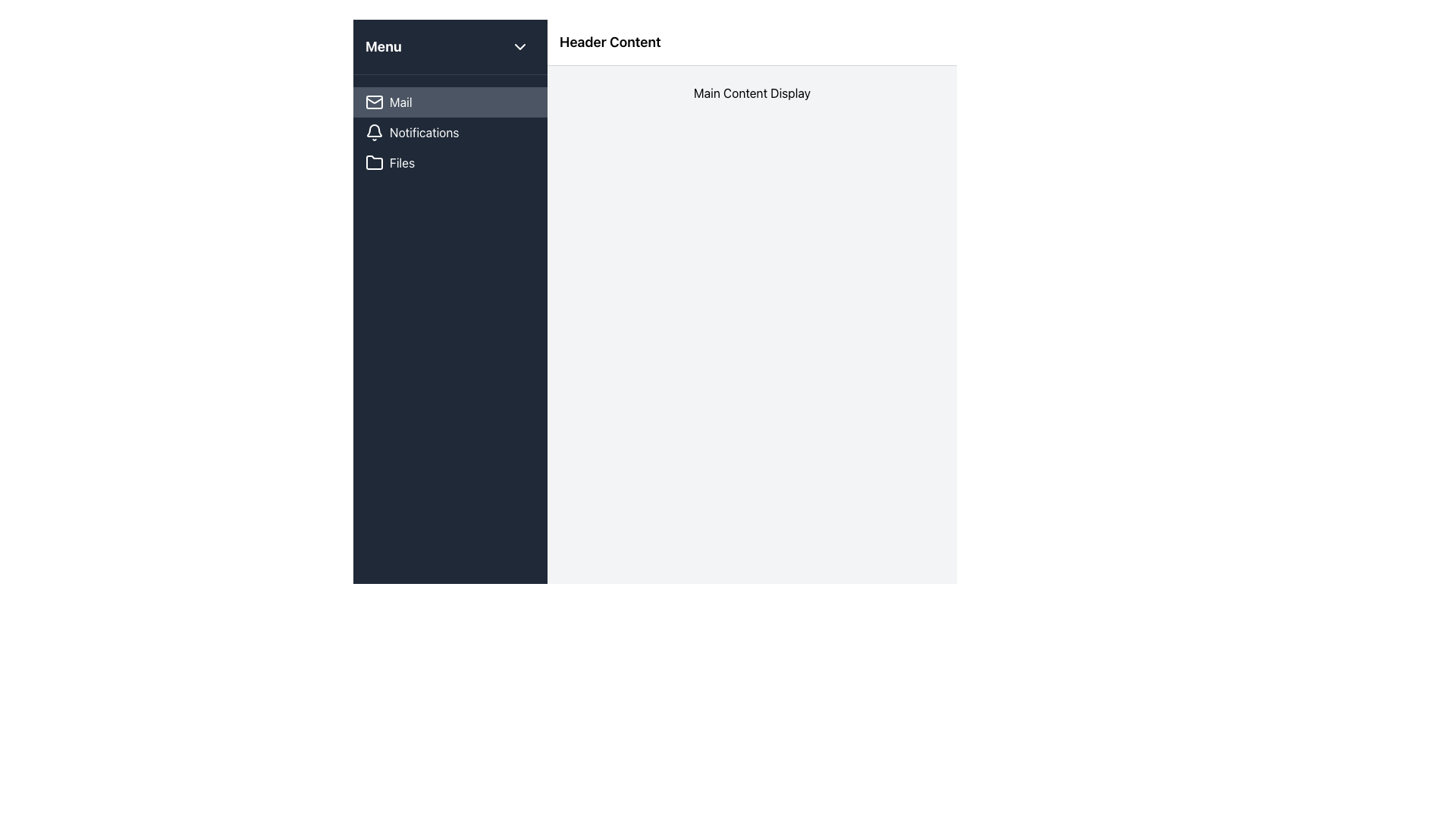  I want to click on the second item in the sidebar menu, which functions as a navigation link to the Notifications page, so click(450, 131).